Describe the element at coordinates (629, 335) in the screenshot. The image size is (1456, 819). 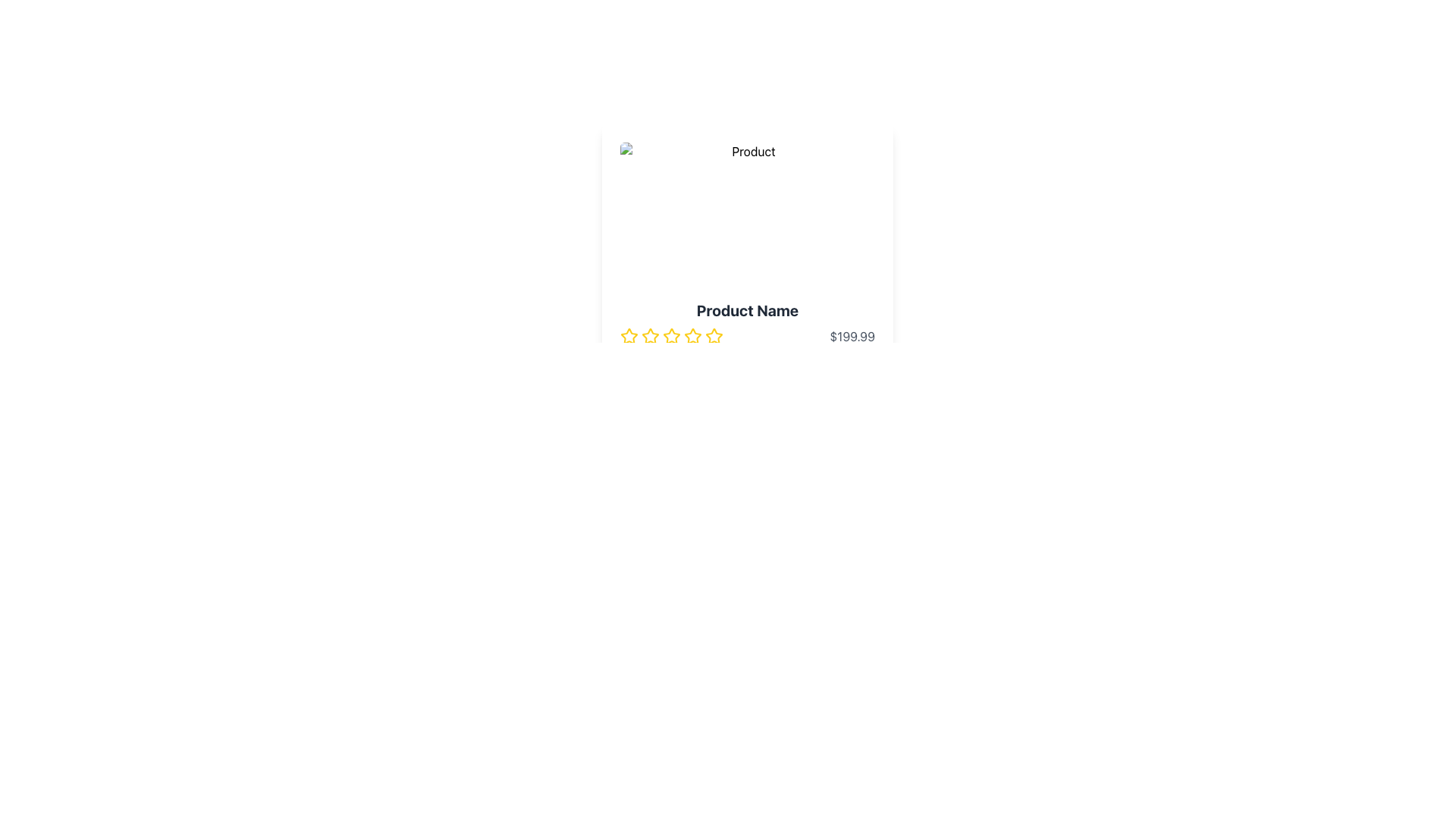
I see `the first yellow star icon used for rating, which is located at the bottom-left corner of the interface, adjacent to the text 'Product Name'` at that location.